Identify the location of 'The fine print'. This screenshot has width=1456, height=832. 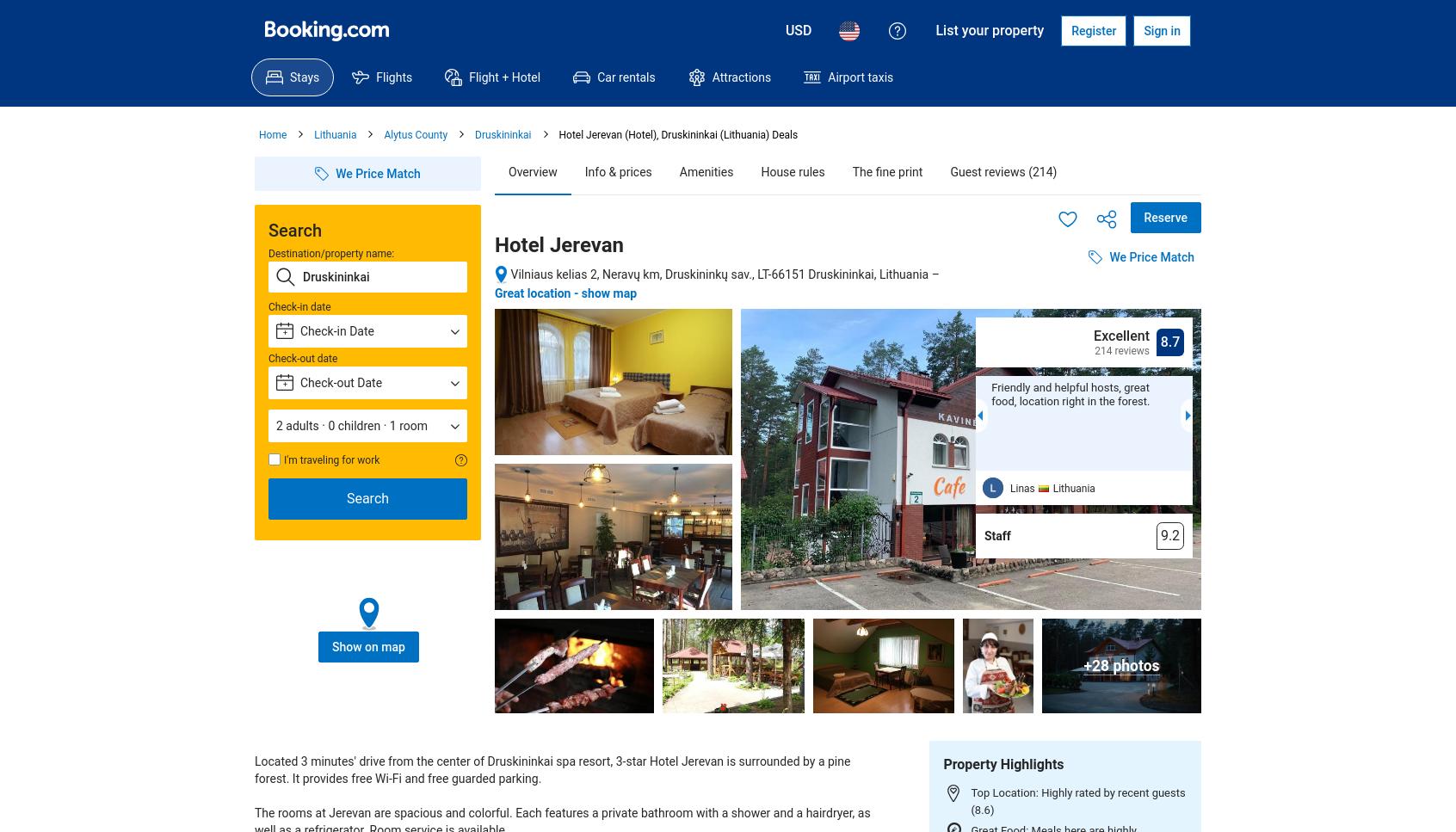
(885, 170).